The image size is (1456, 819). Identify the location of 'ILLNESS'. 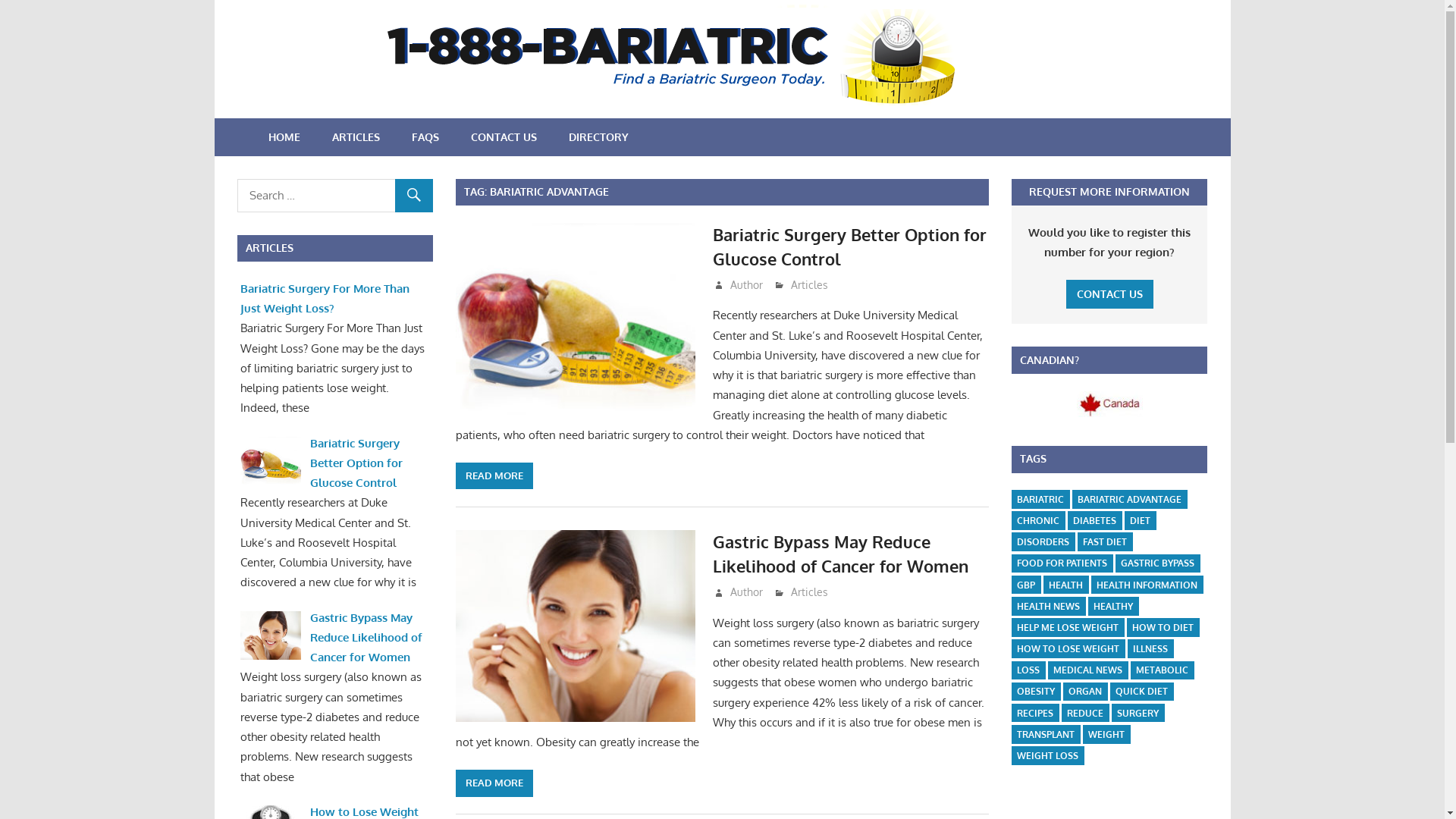
(1150, 648).